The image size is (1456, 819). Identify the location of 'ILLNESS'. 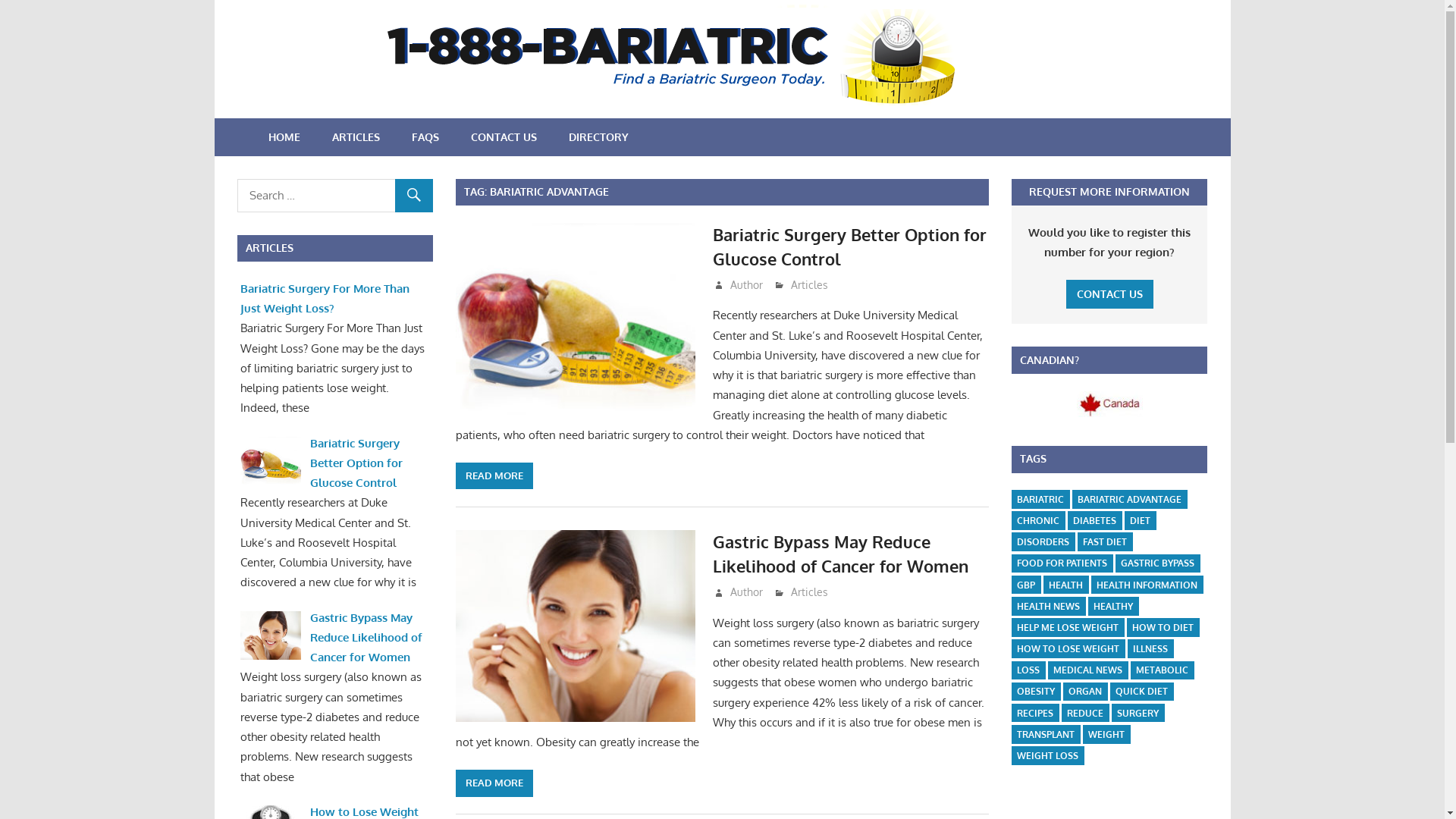
(1150, 648).